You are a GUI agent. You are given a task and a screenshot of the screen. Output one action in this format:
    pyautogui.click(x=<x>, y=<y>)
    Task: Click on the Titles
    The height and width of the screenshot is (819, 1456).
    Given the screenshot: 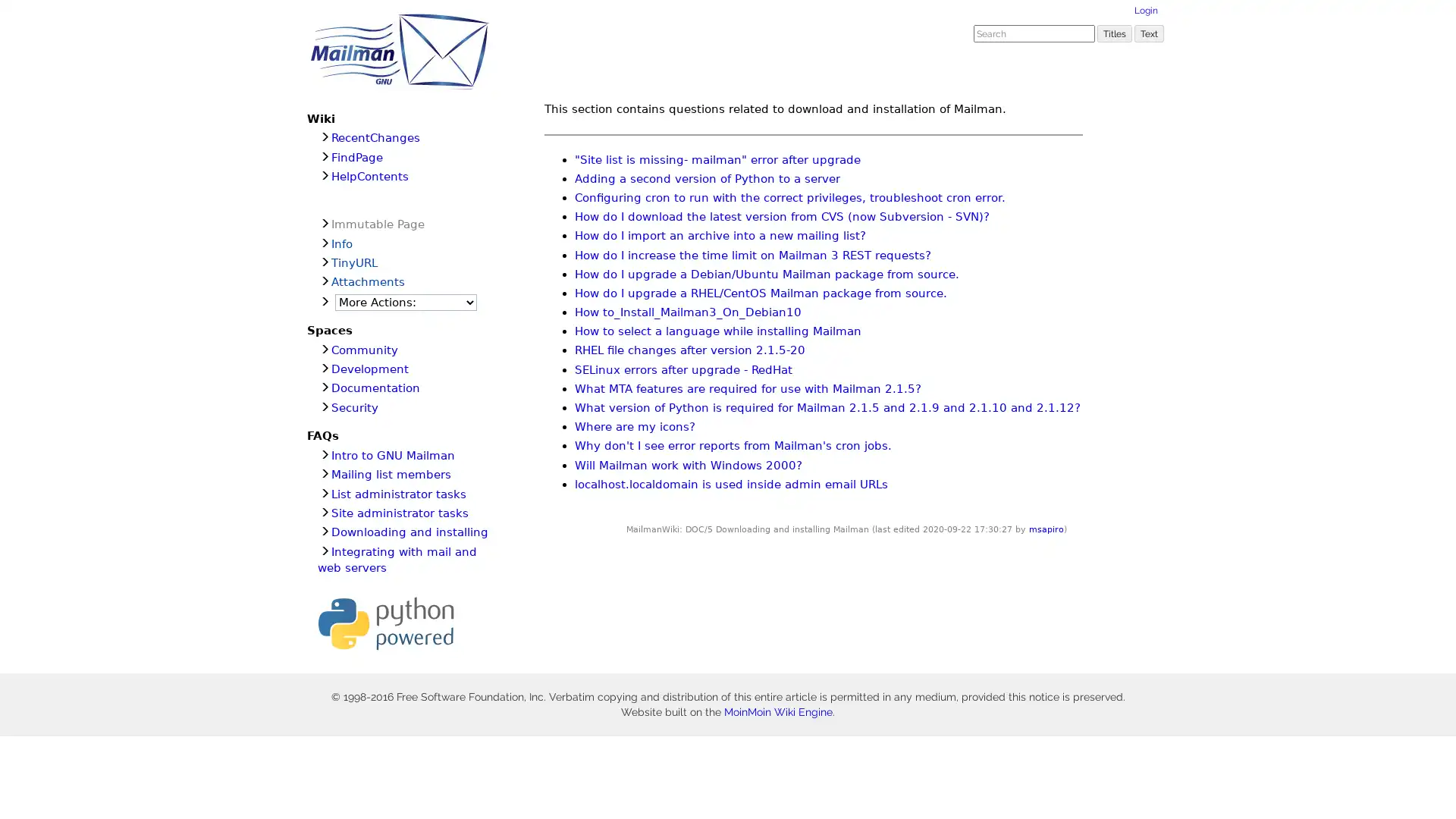 What is the action you would take?
    pyautogui.click(x=1114, y=33)
    